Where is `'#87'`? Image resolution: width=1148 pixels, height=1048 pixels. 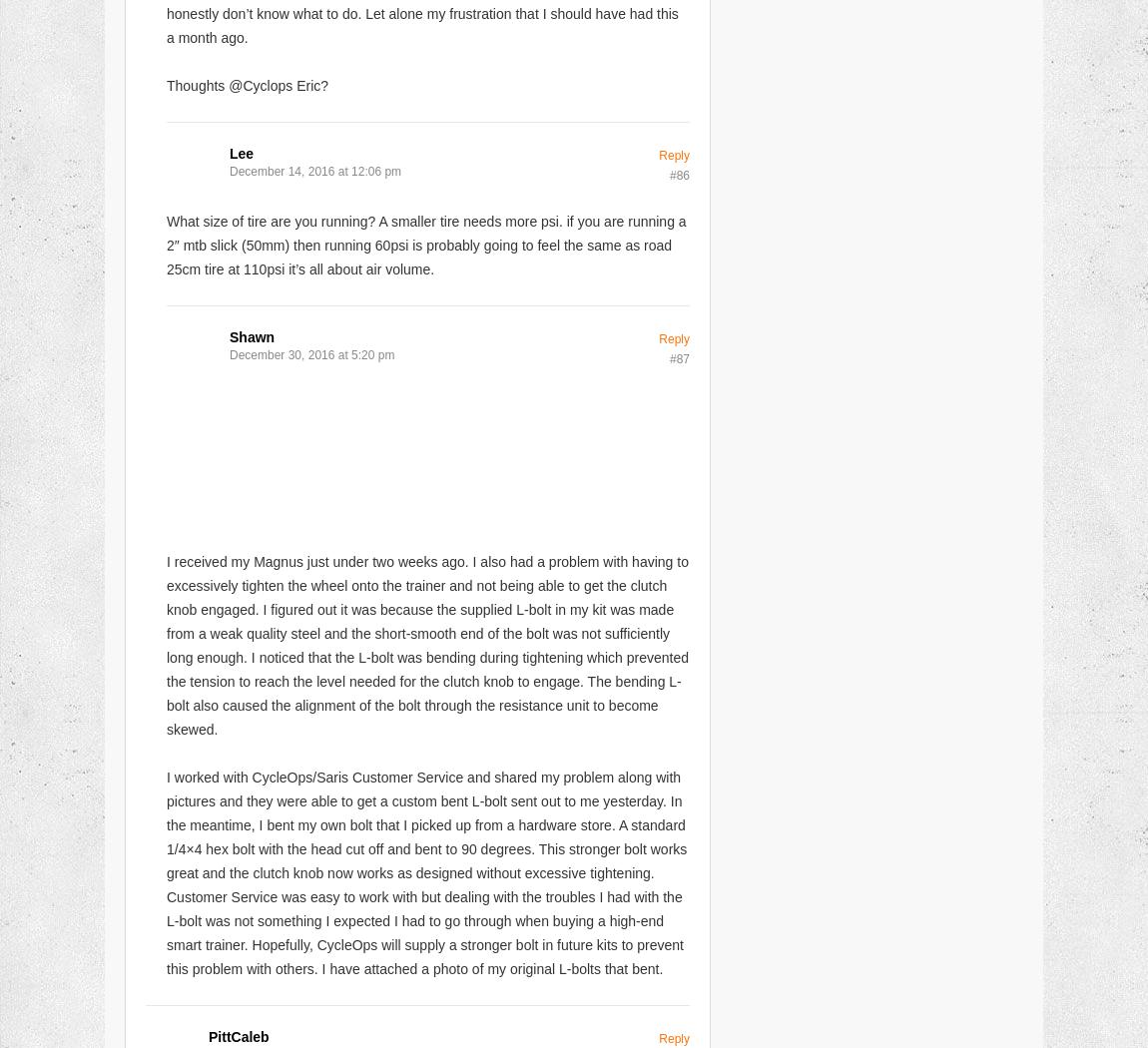
'#87' is located at coordinates (678, 356).